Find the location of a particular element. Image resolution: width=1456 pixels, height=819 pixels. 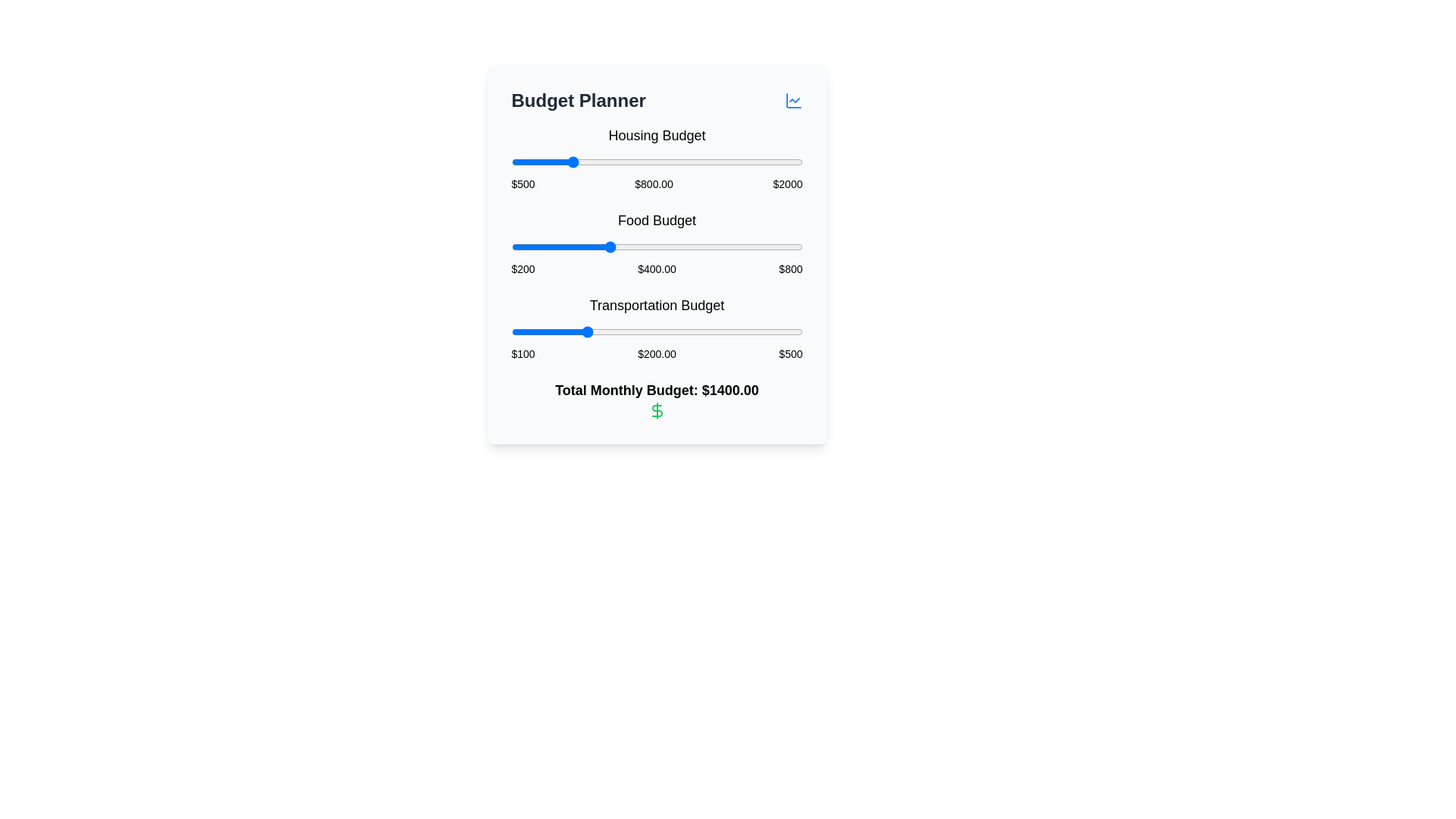

the housing budget slider is located at coordinates (648, 162).